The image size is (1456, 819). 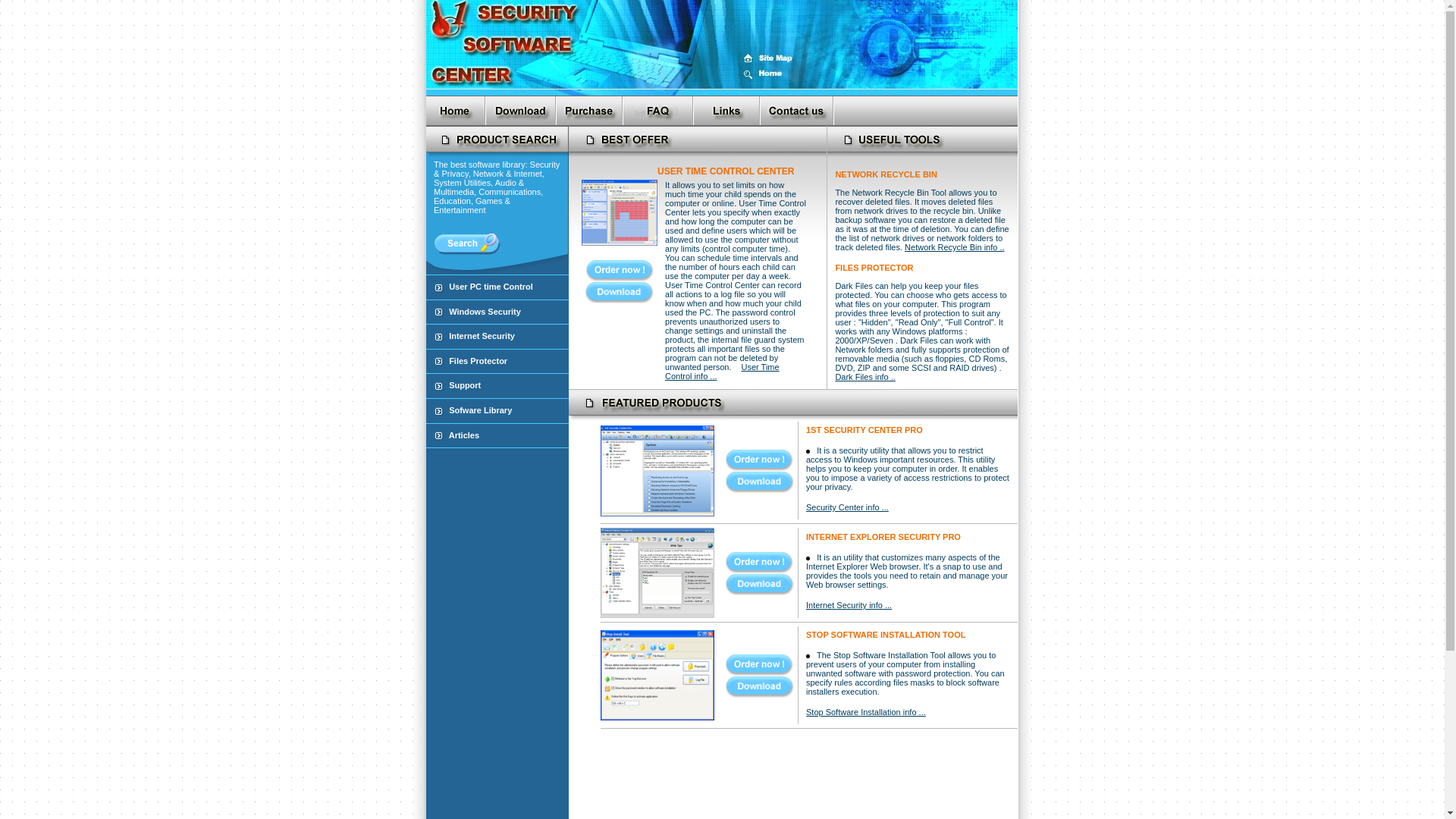 What do you see at coordinates (665, 375) in the screenshot?
I see `'User Time Control info ...'` at bounding box center [665, 375].